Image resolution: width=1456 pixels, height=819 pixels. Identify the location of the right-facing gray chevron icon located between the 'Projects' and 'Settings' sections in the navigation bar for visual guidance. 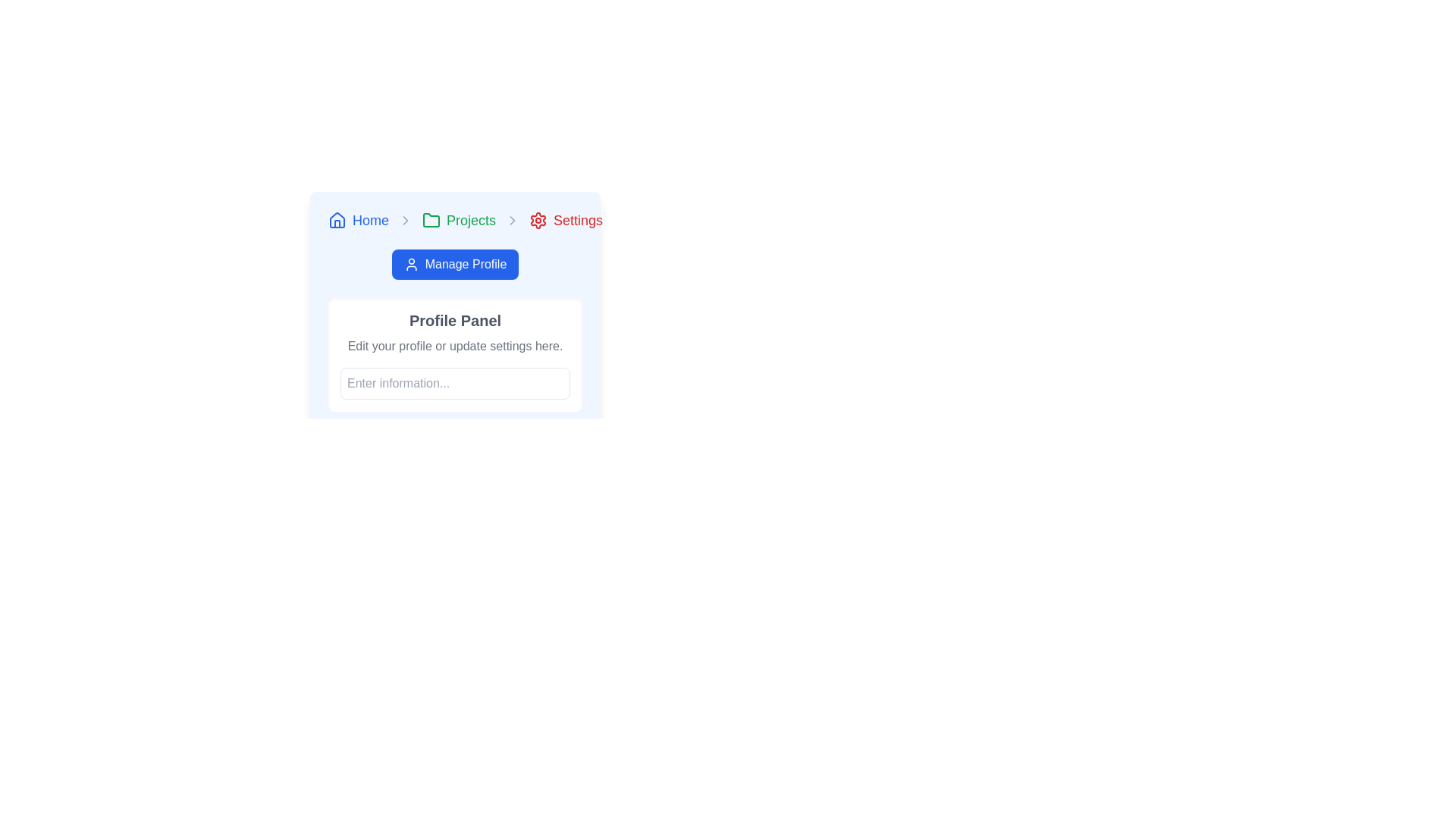
(513, 220).